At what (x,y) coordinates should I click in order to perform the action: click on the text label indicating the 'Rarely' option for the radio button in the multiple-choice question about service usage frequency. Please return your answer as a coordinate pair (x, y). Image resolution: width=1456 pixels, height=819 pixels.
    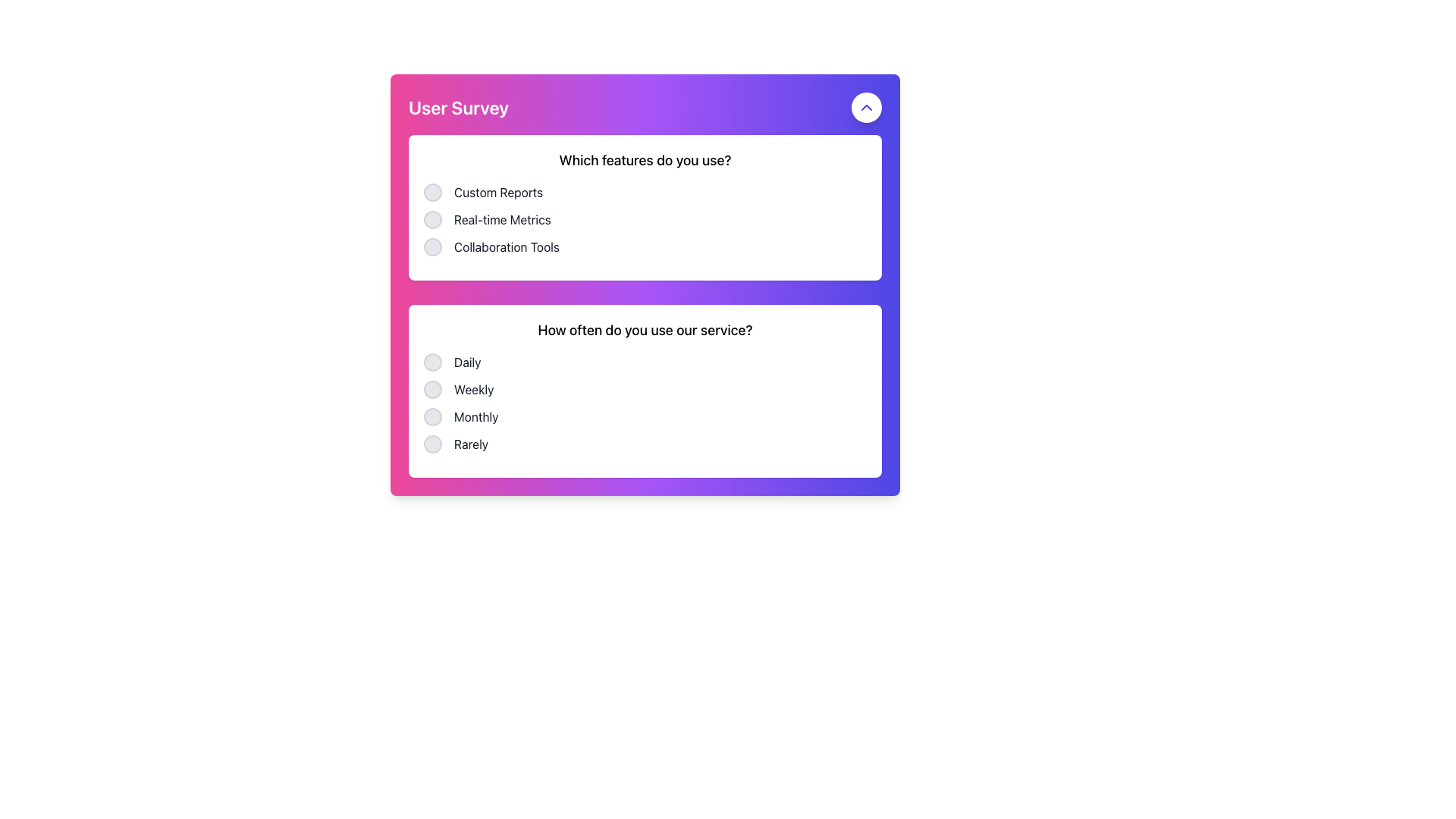
    Looking at the image, I should click on (470, 444).